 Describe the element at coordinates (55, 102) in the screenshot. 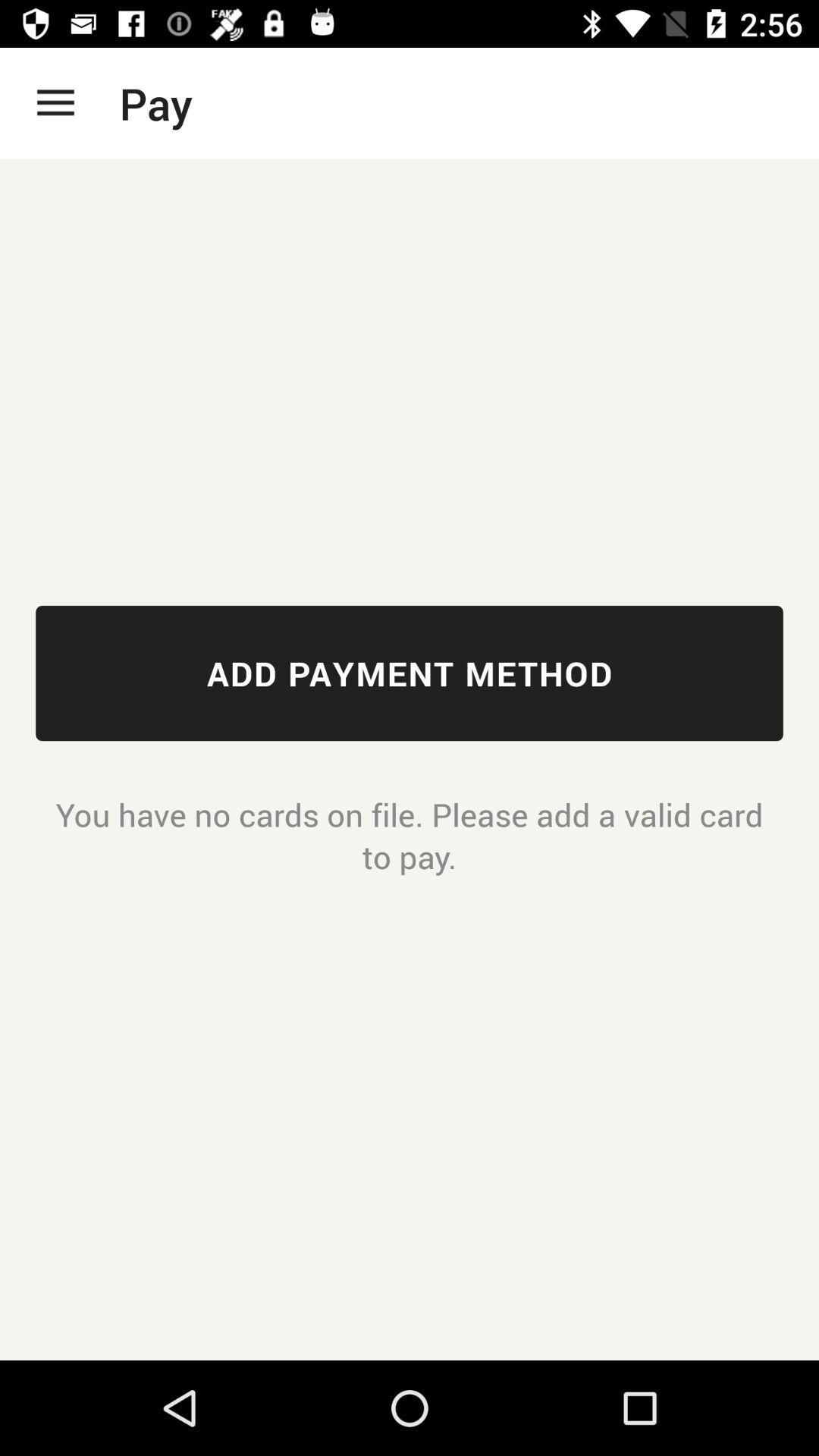

I see `the app next to the pay icon` at that location.